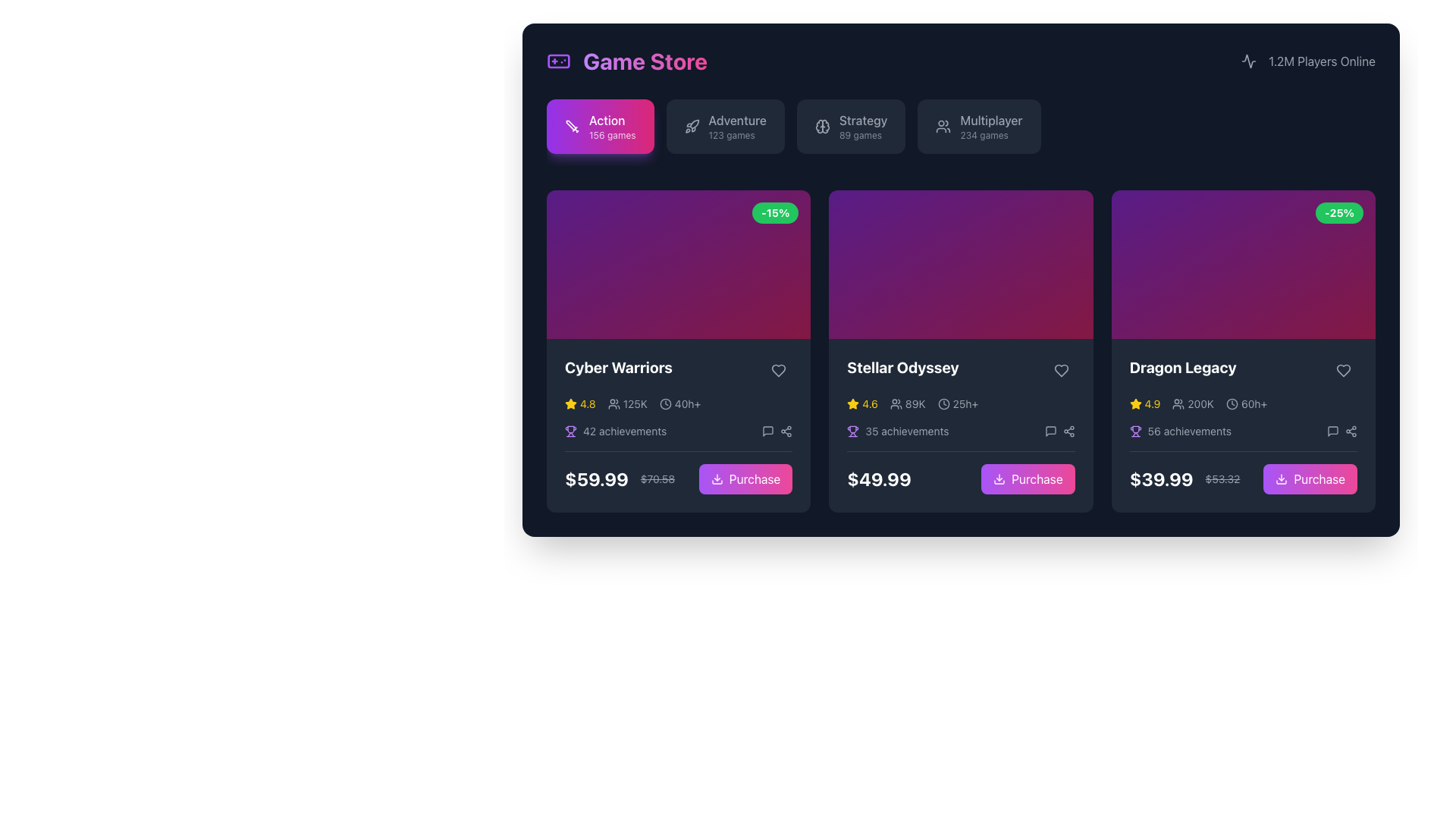 The width and height of the screenshot is (1456, 819). I want to click on the purchase button for the 'Cyber Warriors' game located at the bottom-right corner of the game card, so click(745, 479).